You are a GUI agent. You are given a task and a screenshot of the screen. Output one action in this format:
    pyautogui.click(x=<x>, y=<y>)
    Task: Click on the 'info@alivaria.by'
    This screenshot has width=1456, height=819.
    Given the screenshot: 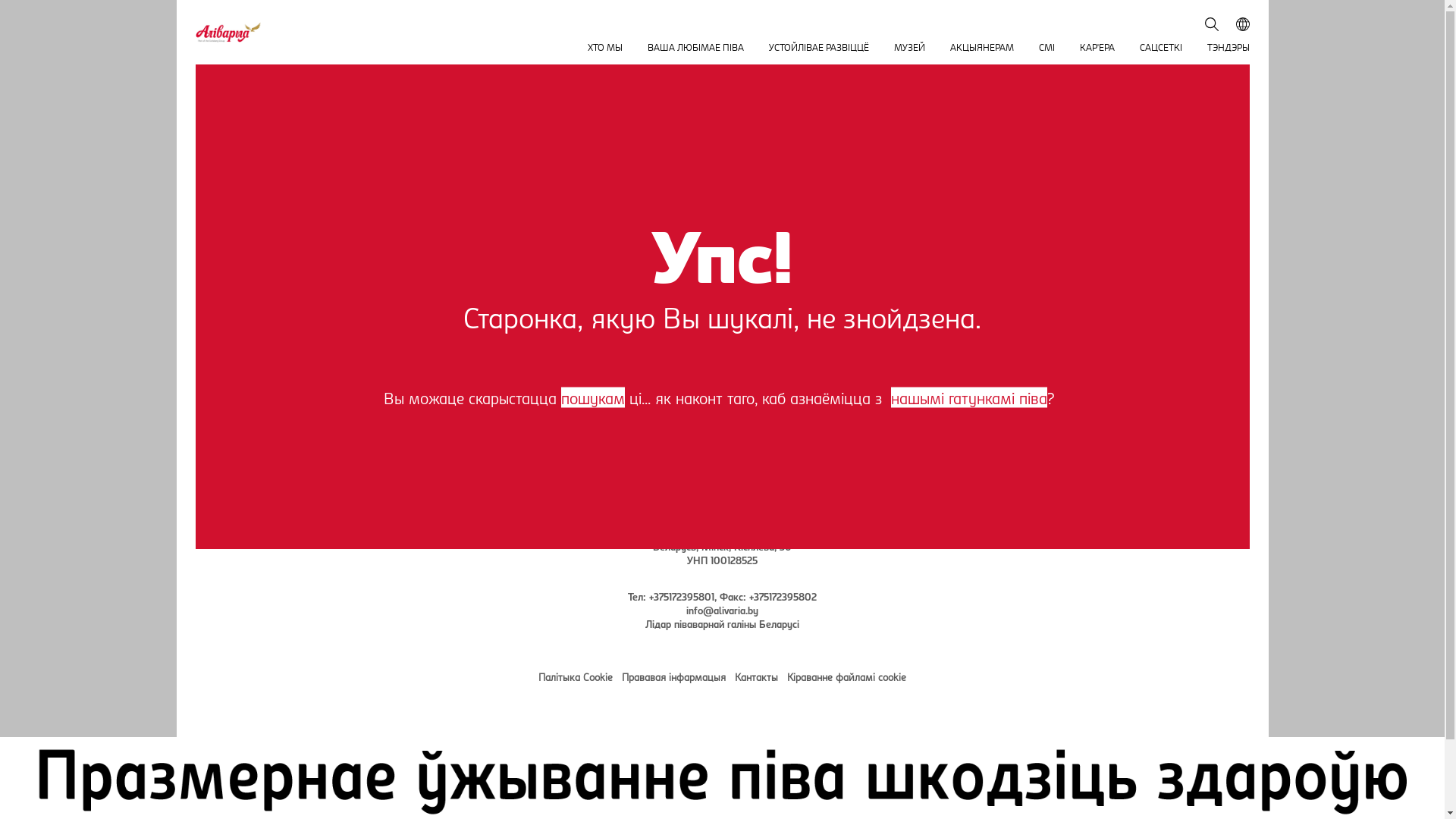 What is the action you would take?
    pyautogui.click(x=721, y=608)
    